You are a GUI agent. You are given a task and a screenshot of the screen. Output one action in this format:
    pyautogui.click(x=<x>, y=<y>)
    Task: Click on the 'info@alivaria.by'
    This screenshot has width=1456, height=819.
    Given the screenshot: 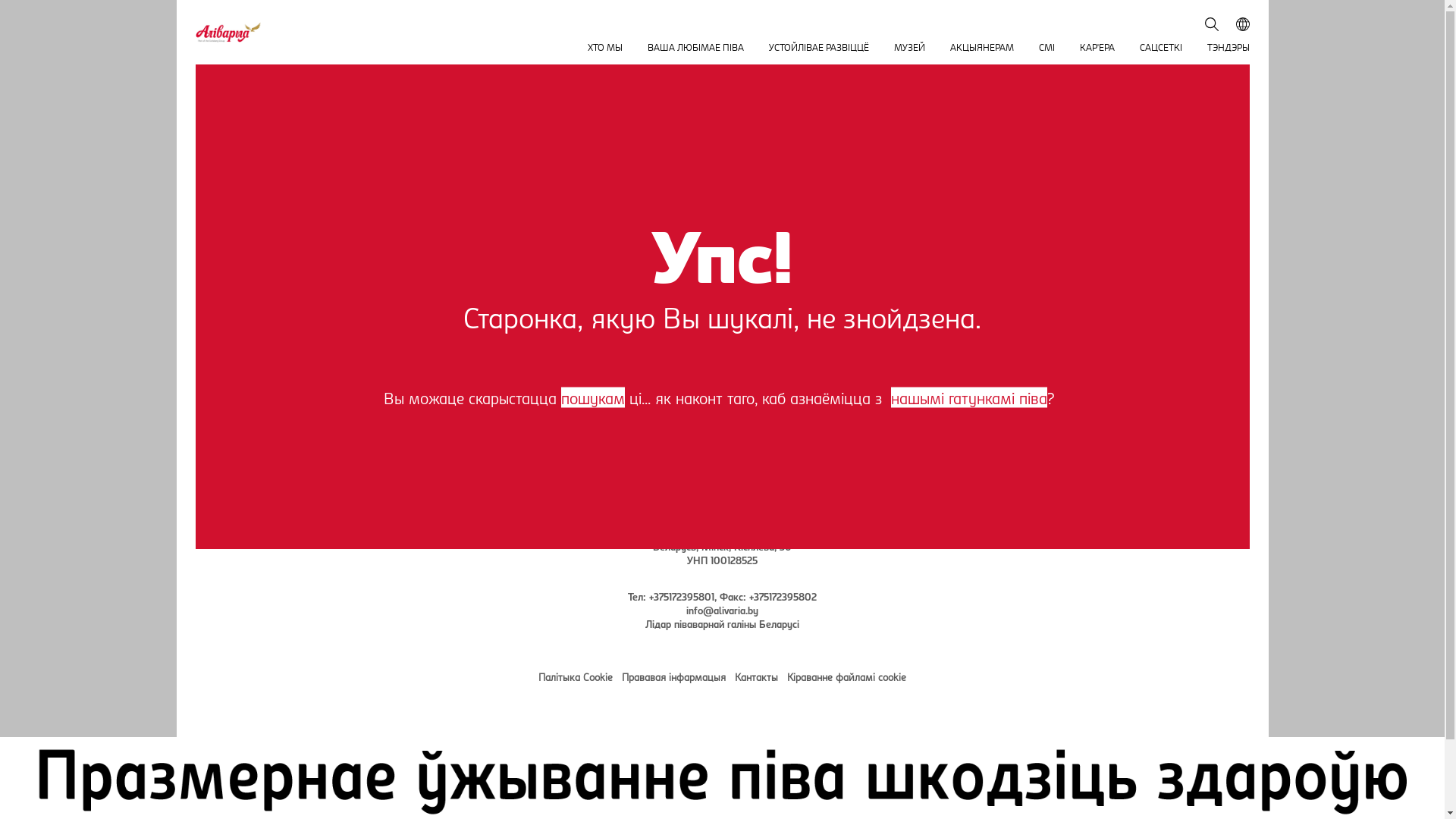 What is the action you would take?
    pyautogui.click(x=721, y=608)
    